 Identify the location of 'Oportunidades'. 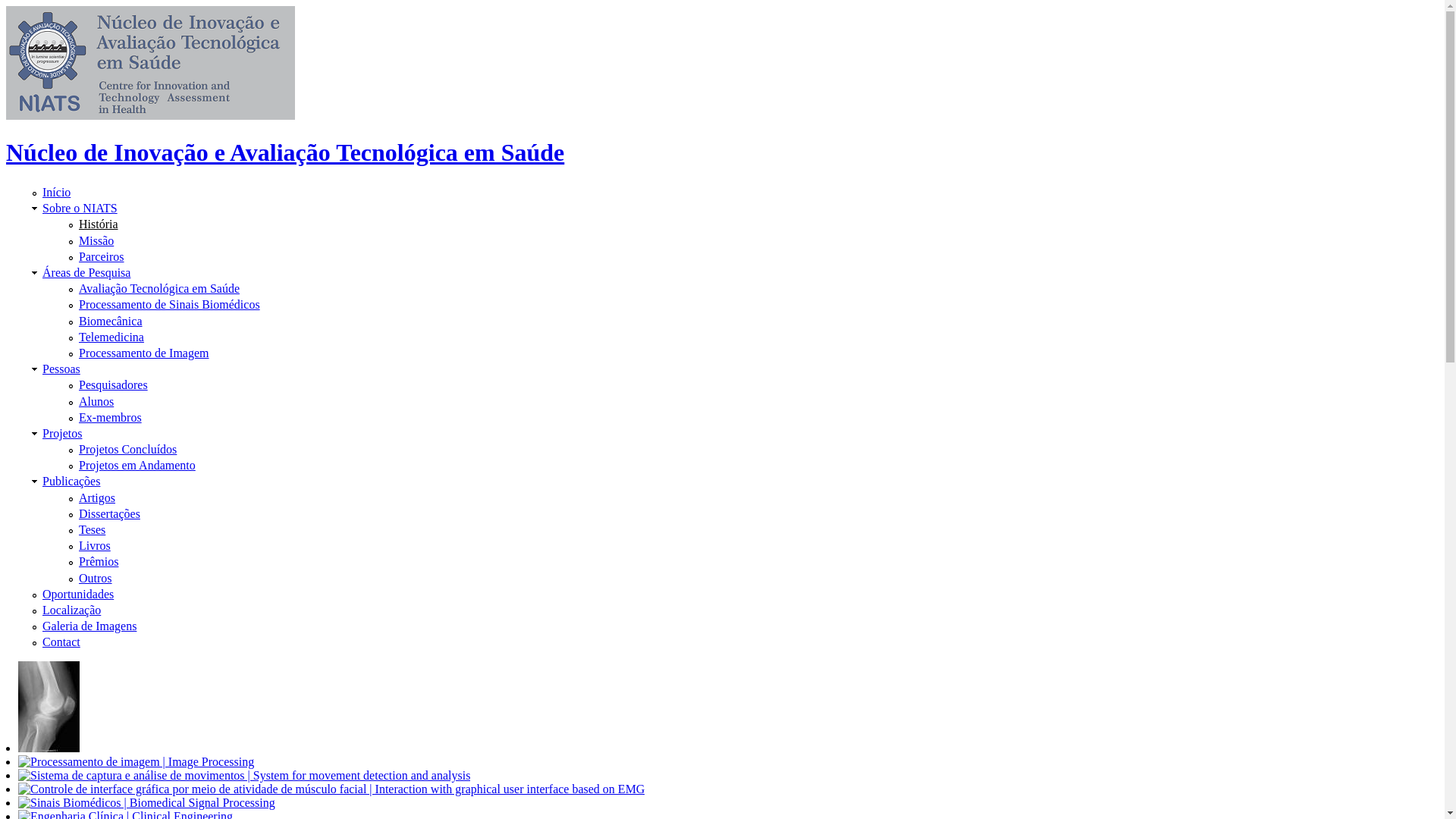
(77, 593).